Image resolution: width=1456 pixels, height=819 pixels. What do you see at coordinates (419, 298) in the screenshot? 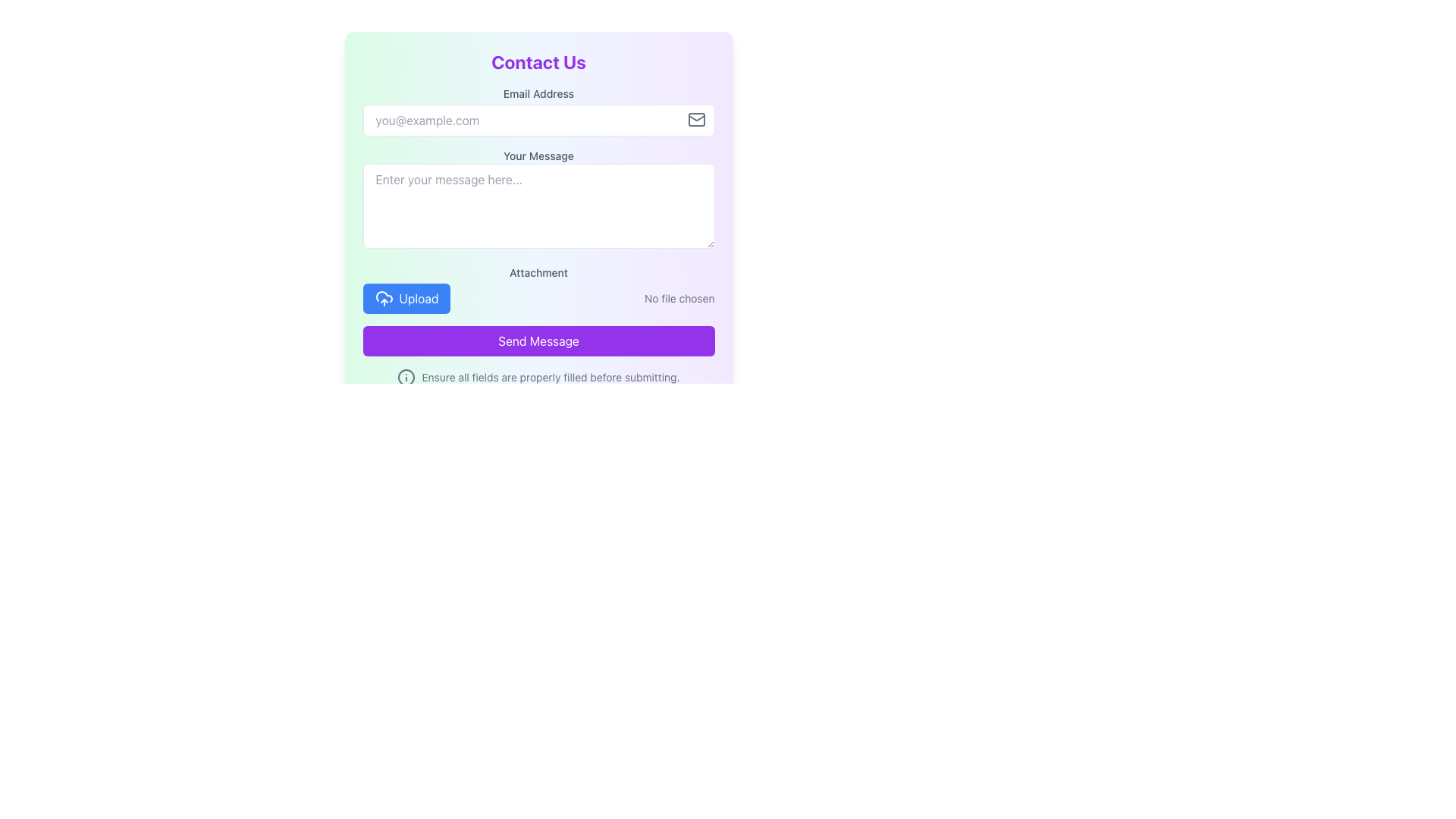
I see `the text label that serves as a description for the upload button located below the 'Attachment' text field and to the right of the upload cloud icon` at bounding box center [419, 298].